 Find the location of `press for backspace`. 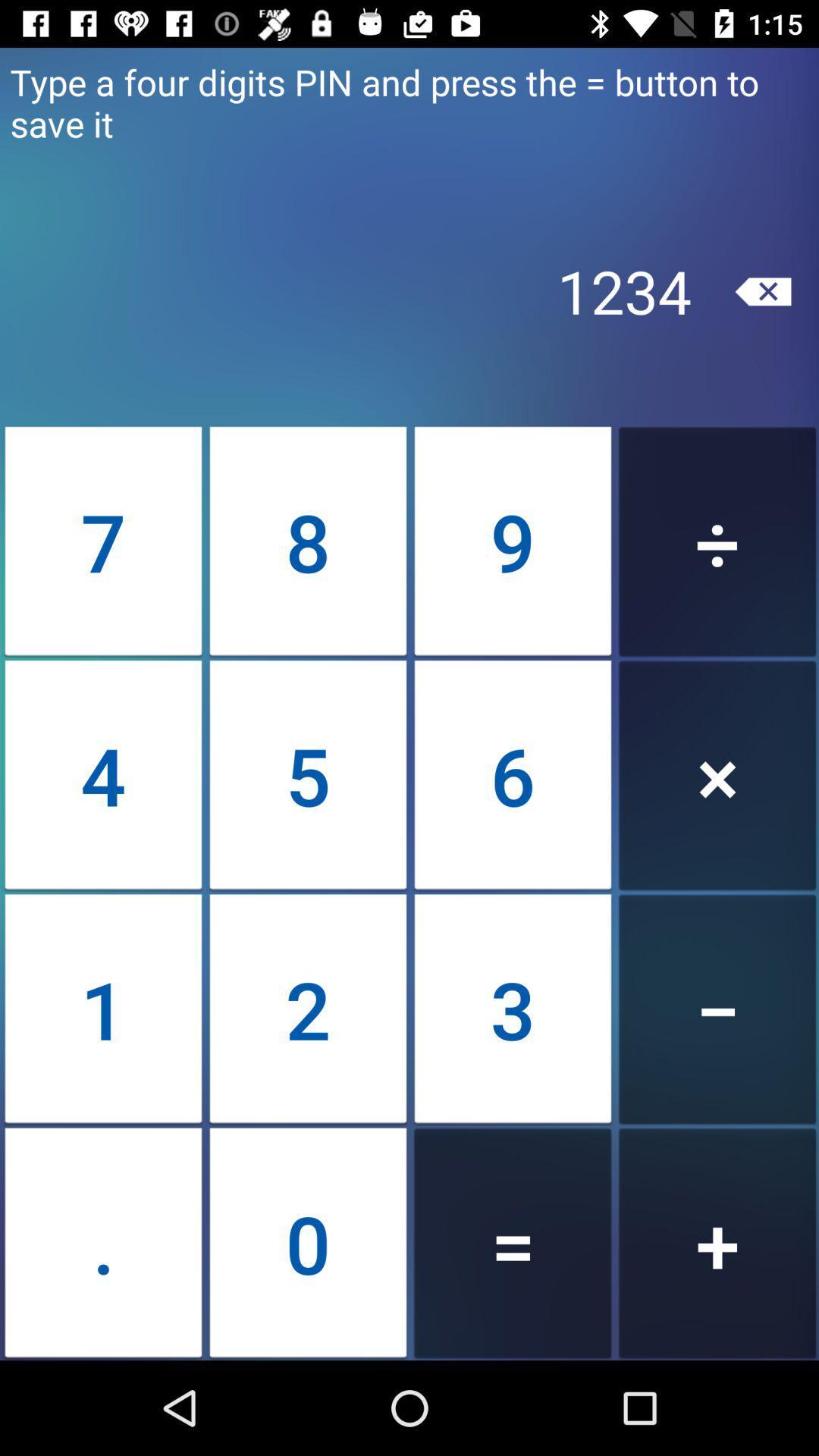

press for backspace is located at coordinates (763, 291).